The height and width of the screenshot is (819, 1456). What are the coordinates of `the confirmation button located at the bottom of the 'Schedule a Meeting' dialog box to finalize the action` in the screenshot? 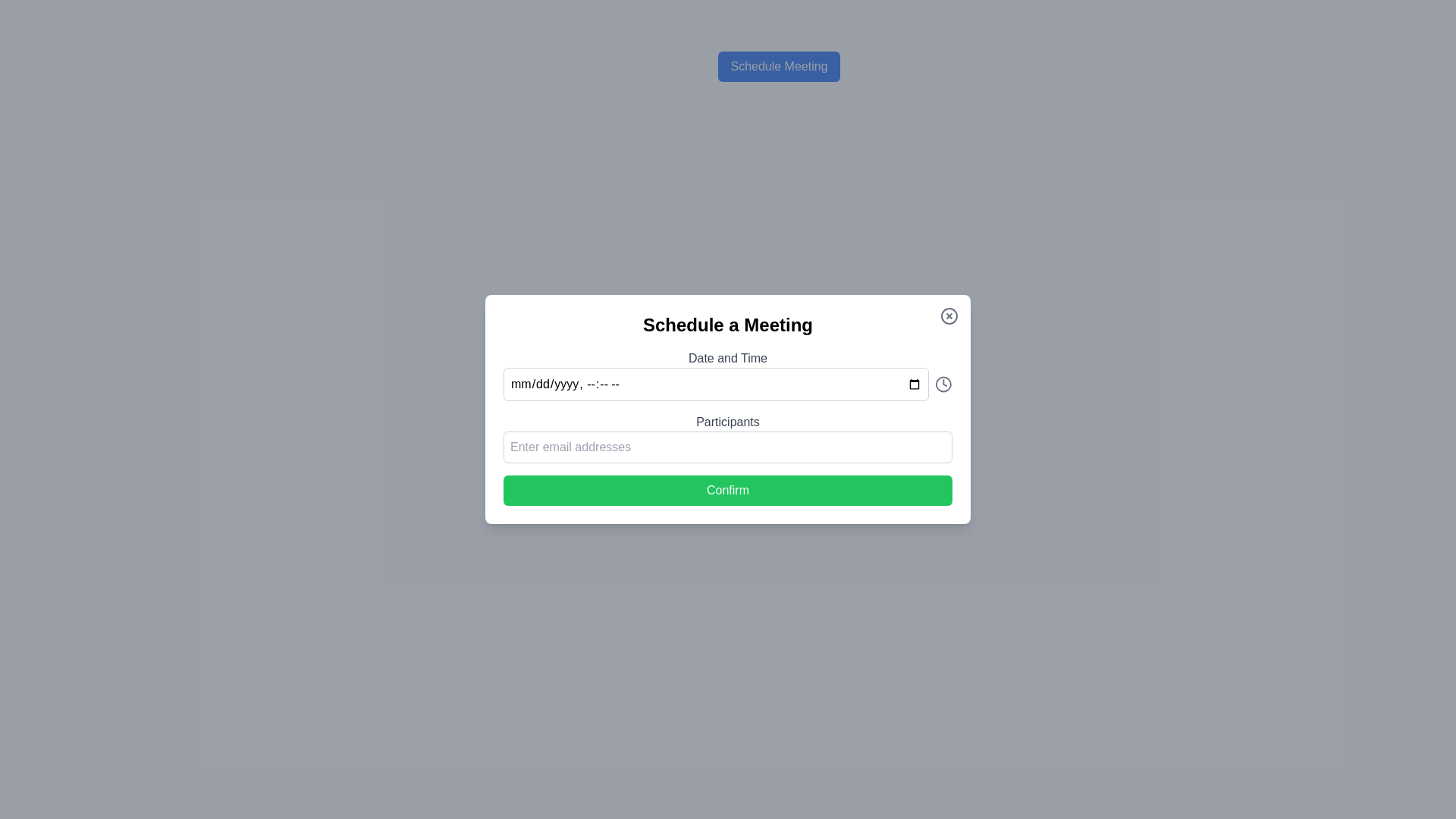 It's located at (728, 491).